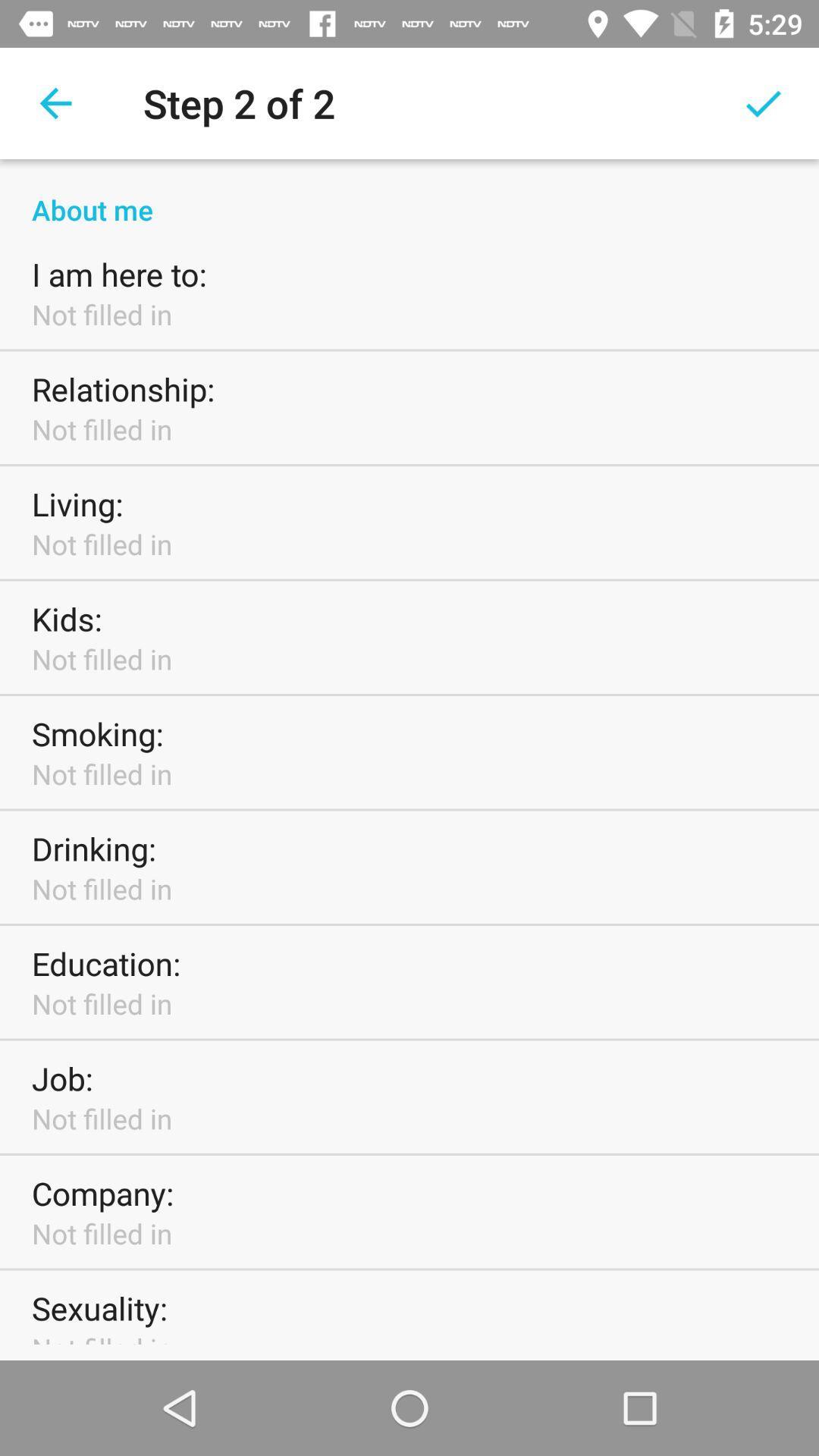 Image resolution: width=819 pixels, height=1456 pixels. Describe the element at coordinates (763, 102) in the screenshot. I see `icon next to the step 2 of icon` at that location.